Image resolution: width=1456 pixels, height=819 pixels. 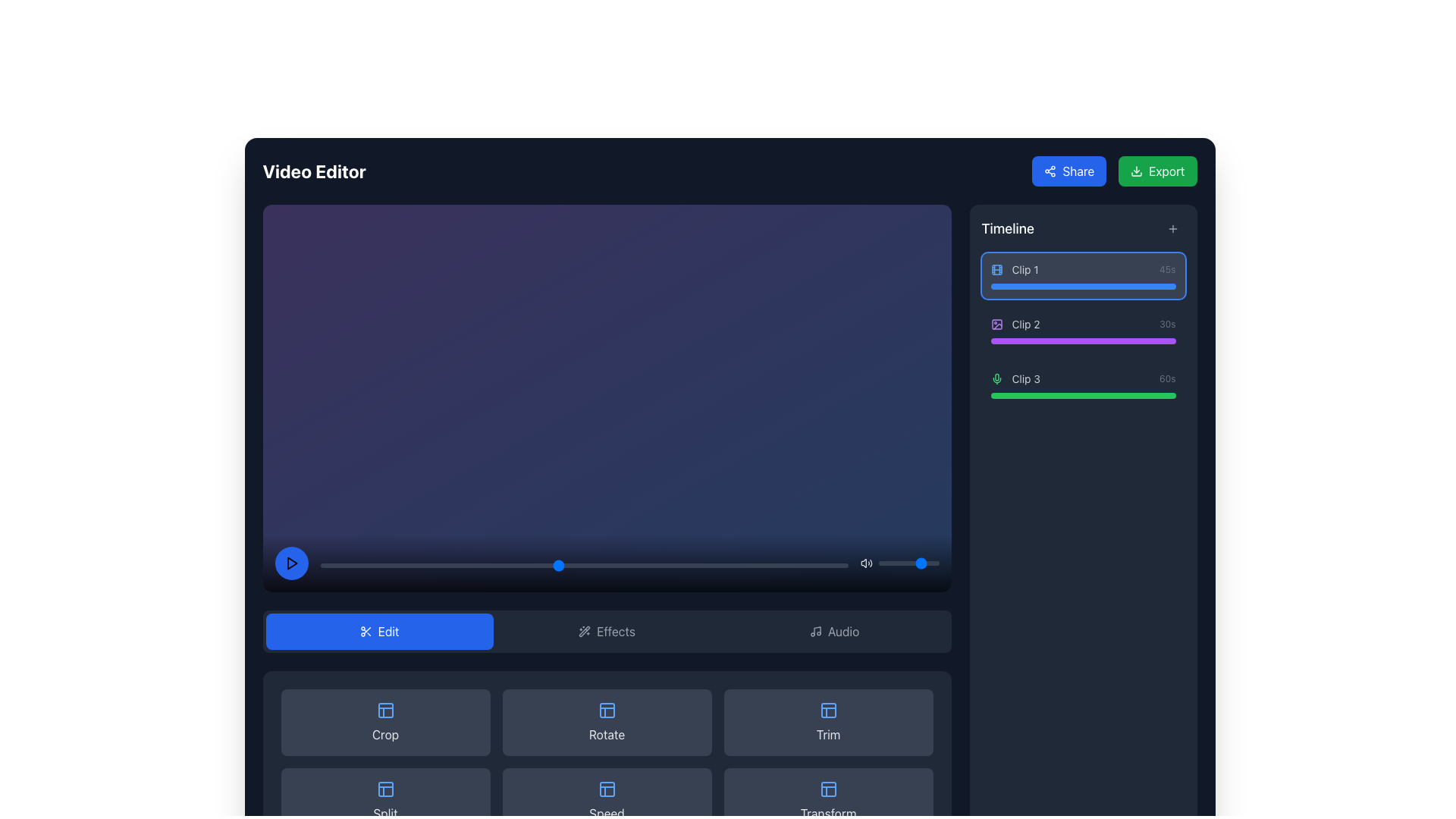 I want to click on the blue film strip icon located in the sidebar within the 'Clip 1' section of the timeline, positioned to the left of the clip's label text, so click(x=996, y=268).